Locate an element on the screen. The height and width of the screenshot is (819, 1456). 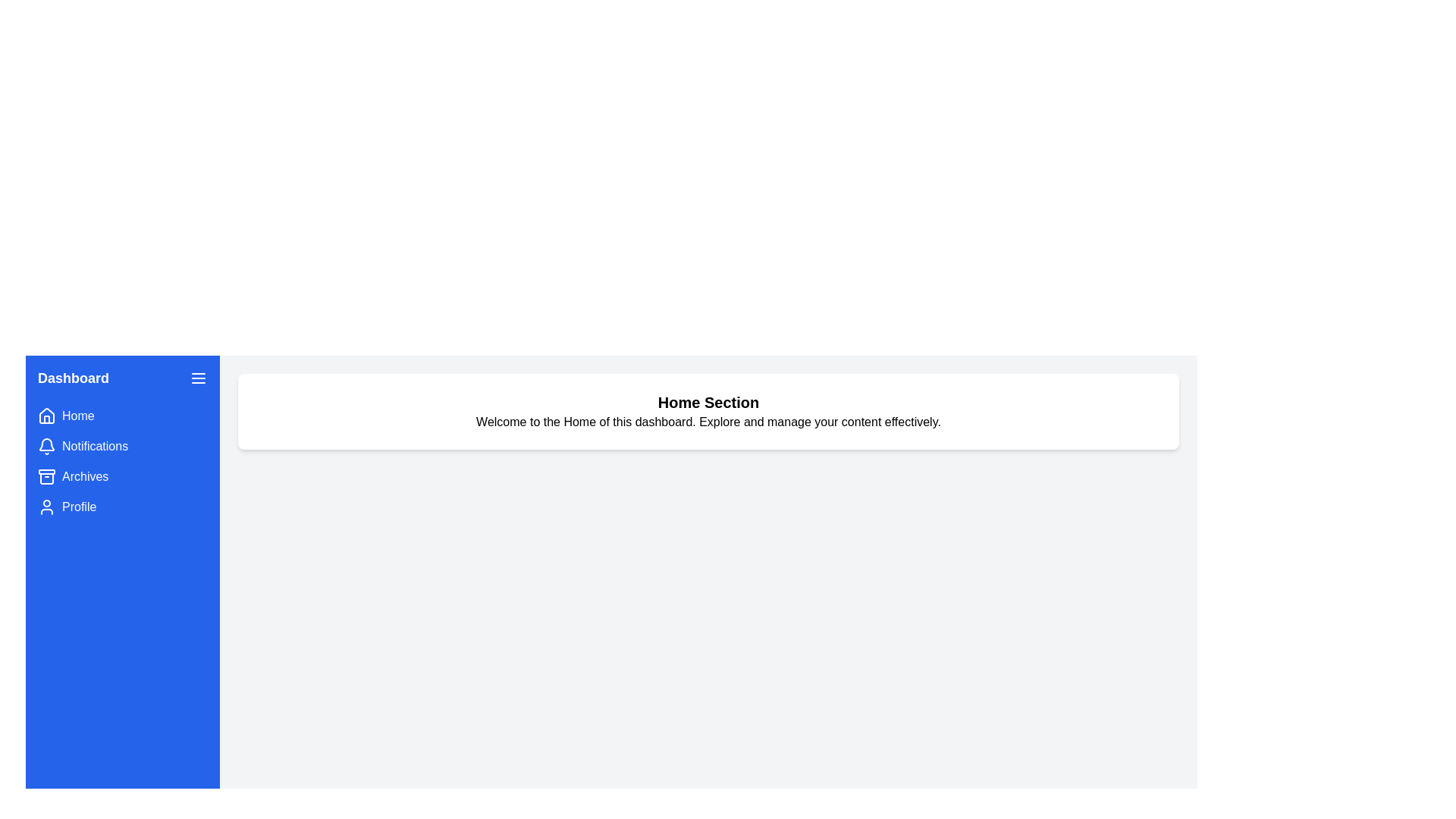
the 'Archives' button in the sidebar menu, which is the third option from the top is located at coordinates (47, 479).